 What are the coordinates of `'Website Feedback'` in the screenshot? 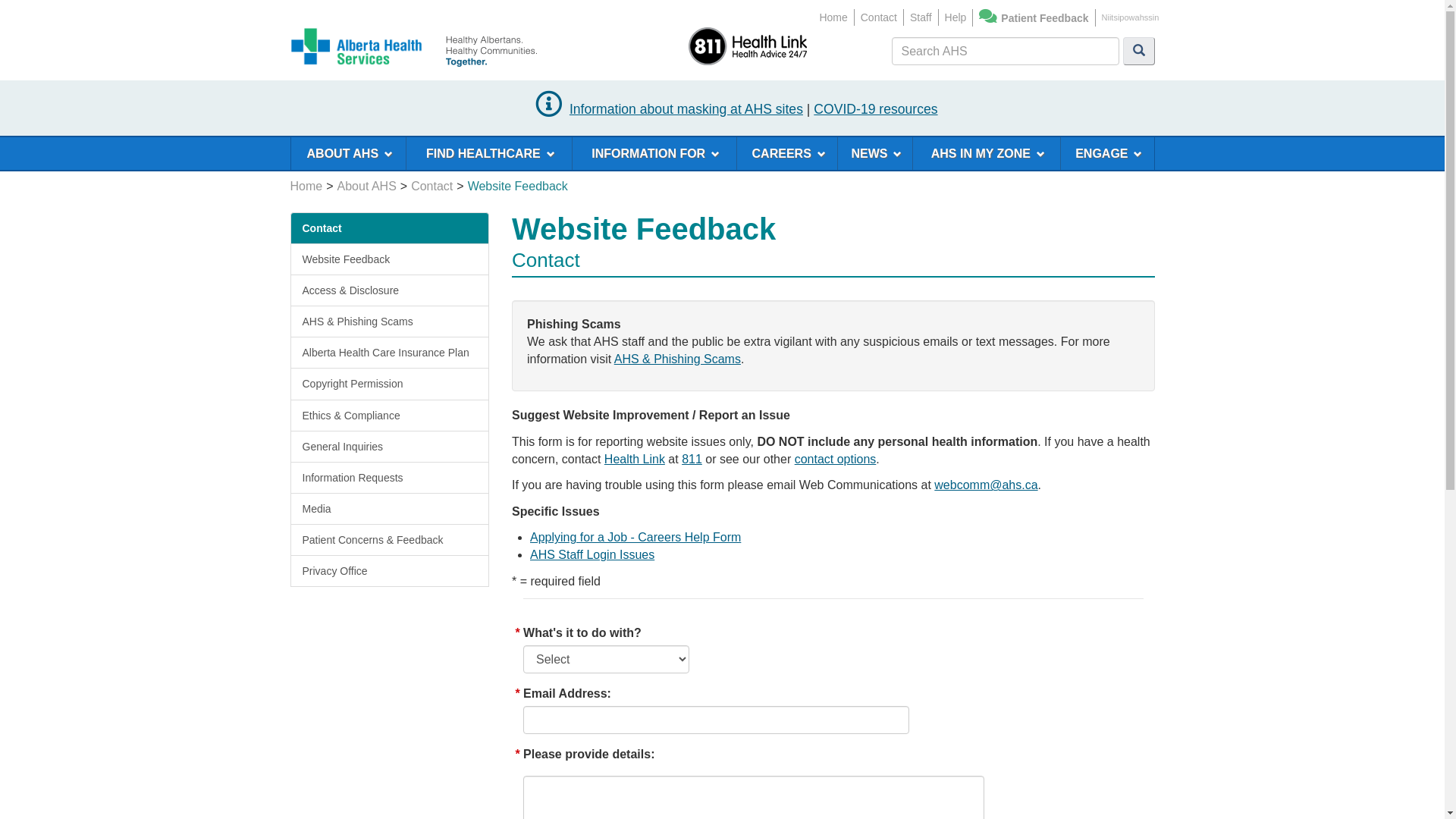 It's located at (290, 259).